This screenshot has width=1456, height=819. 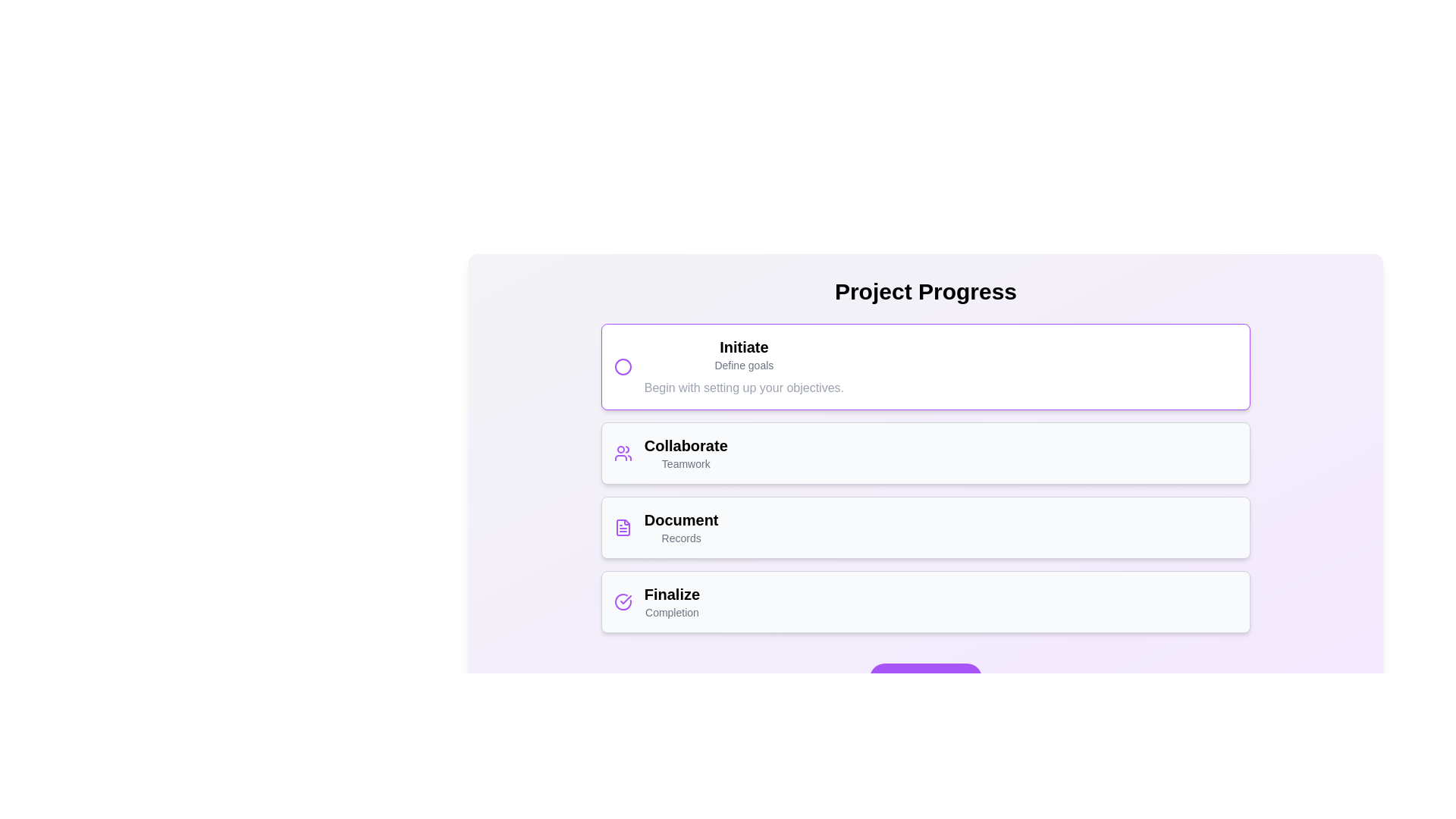 I want to click on the Text Content Block containing the title 'Initiate', which displays further information, so click(x=744, y=366).